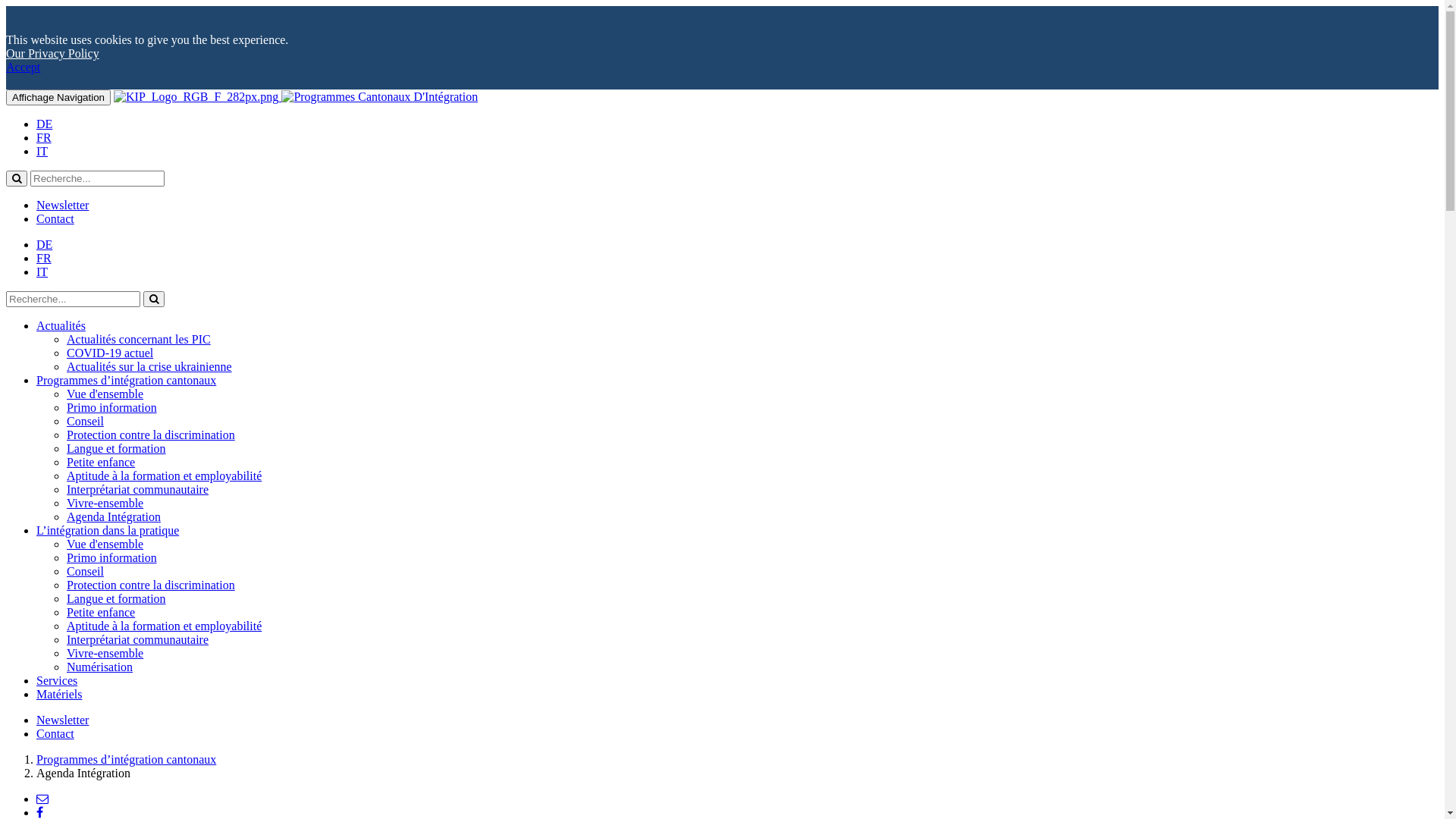 This screenshot has width=1456, height=819. What do you see at coordinates (36, 719) in the screenshot?
I see `'Newsletter'` at bounding box center [36, 719].